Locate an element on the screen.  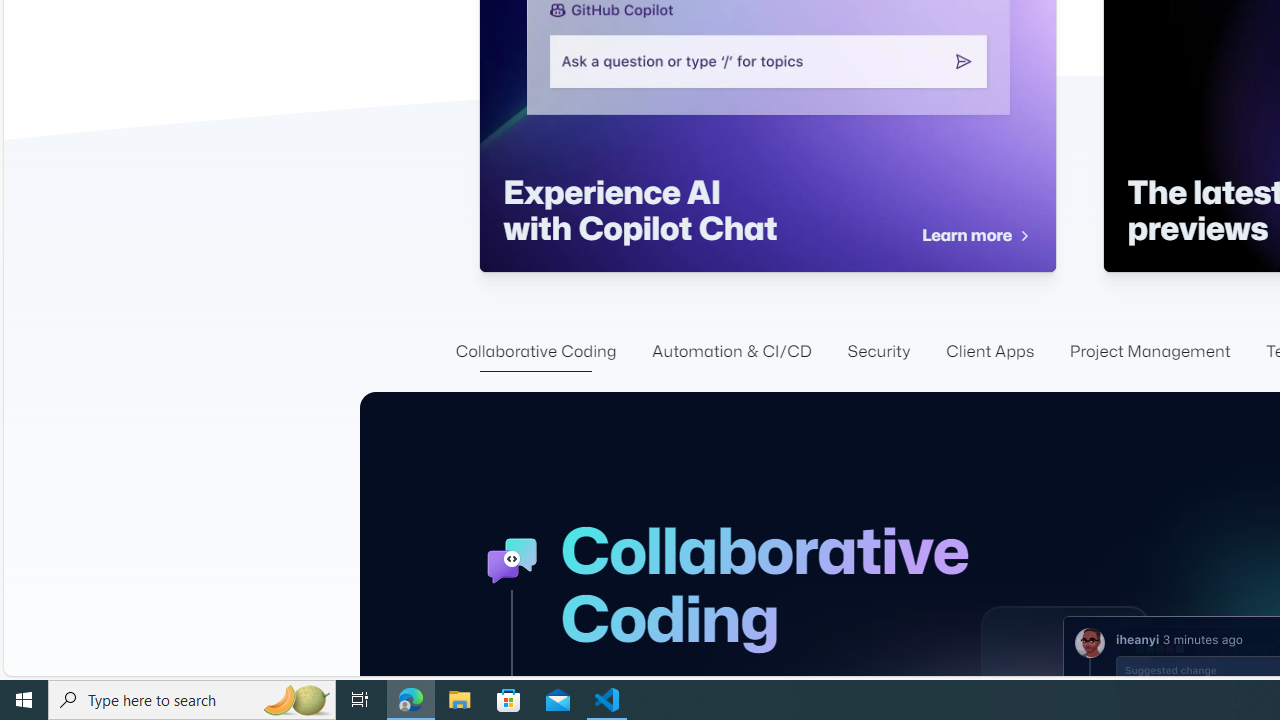
'Project Management' is located at coordinates (1150, 351).